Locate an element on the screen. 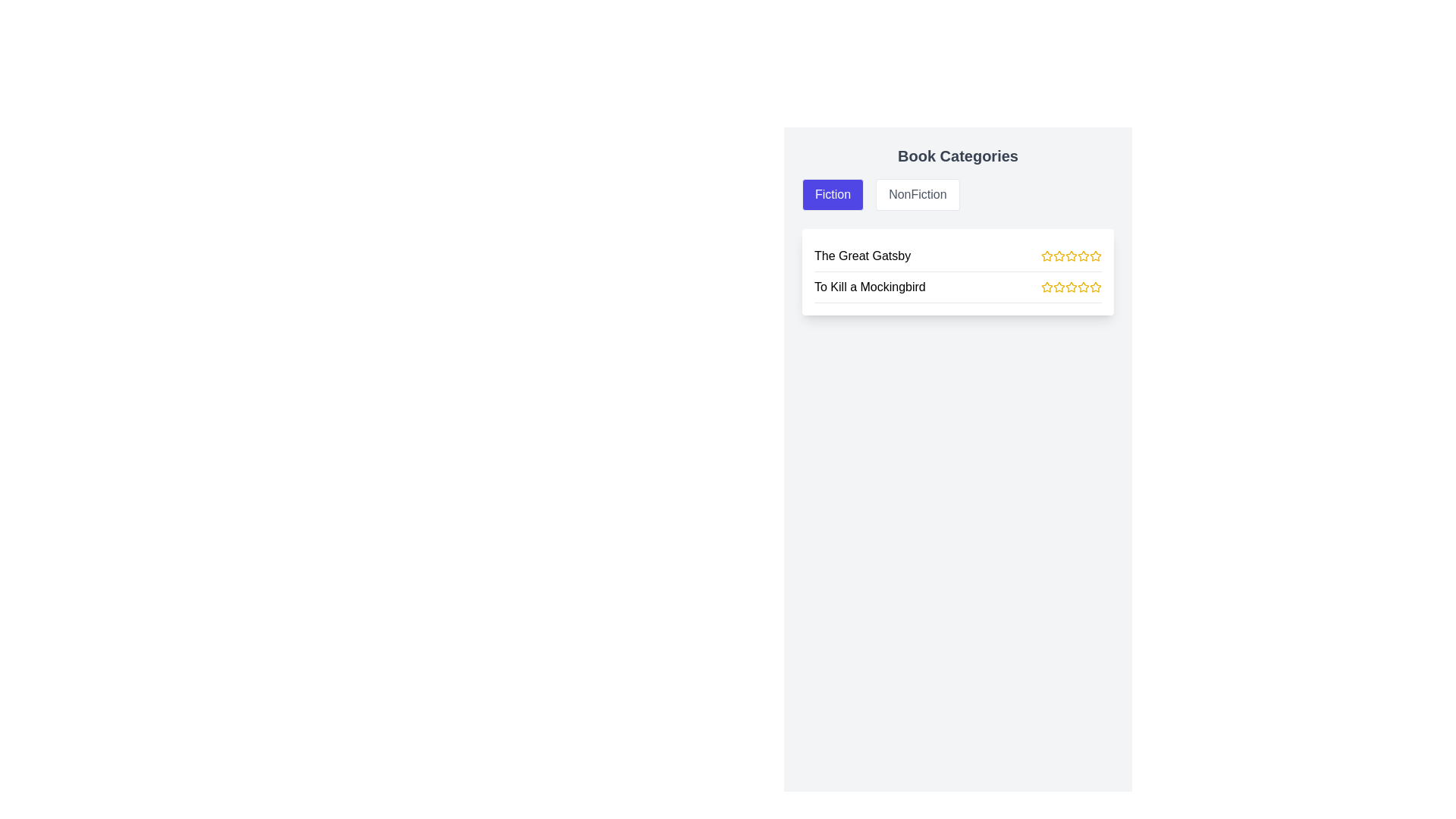  the fifth star icon in the rating system for 'To Kill a Mockingbird' is located at coordinates (1095, 287).